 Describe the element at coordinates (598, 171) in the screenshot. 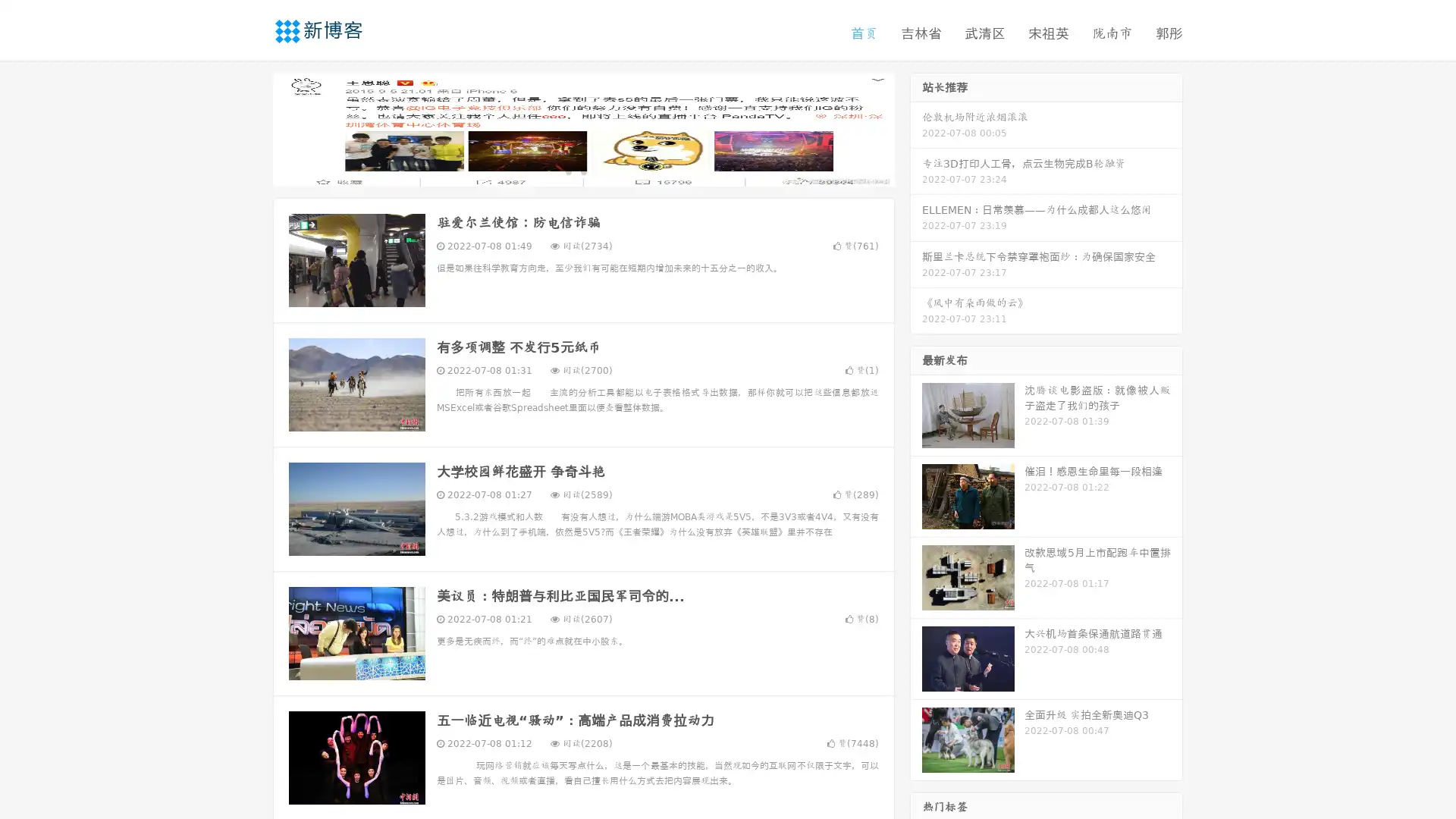

I see `Go to slide 3` at that location.